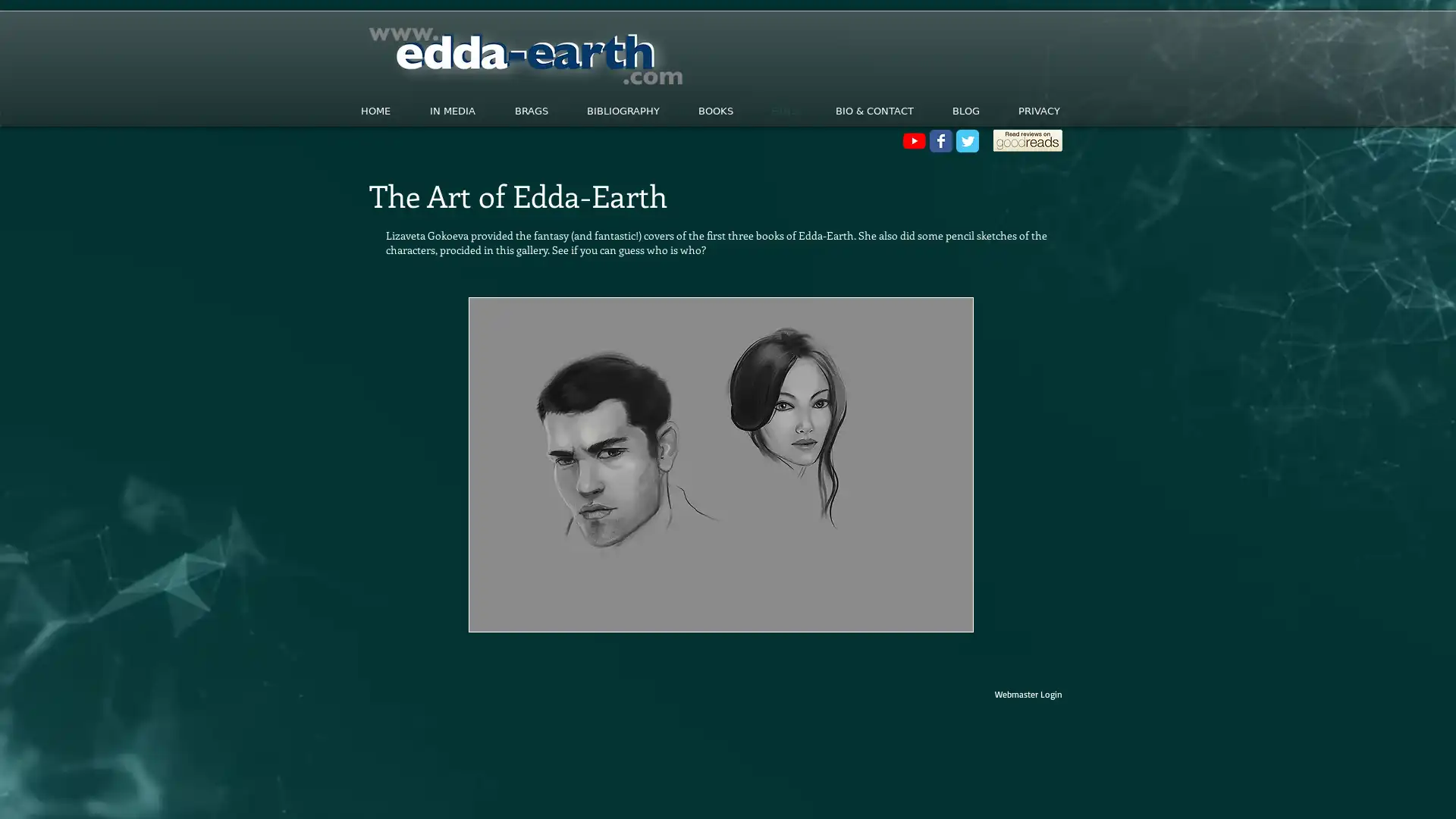  I want to click on Cookie Settings, so click(1291, 792).